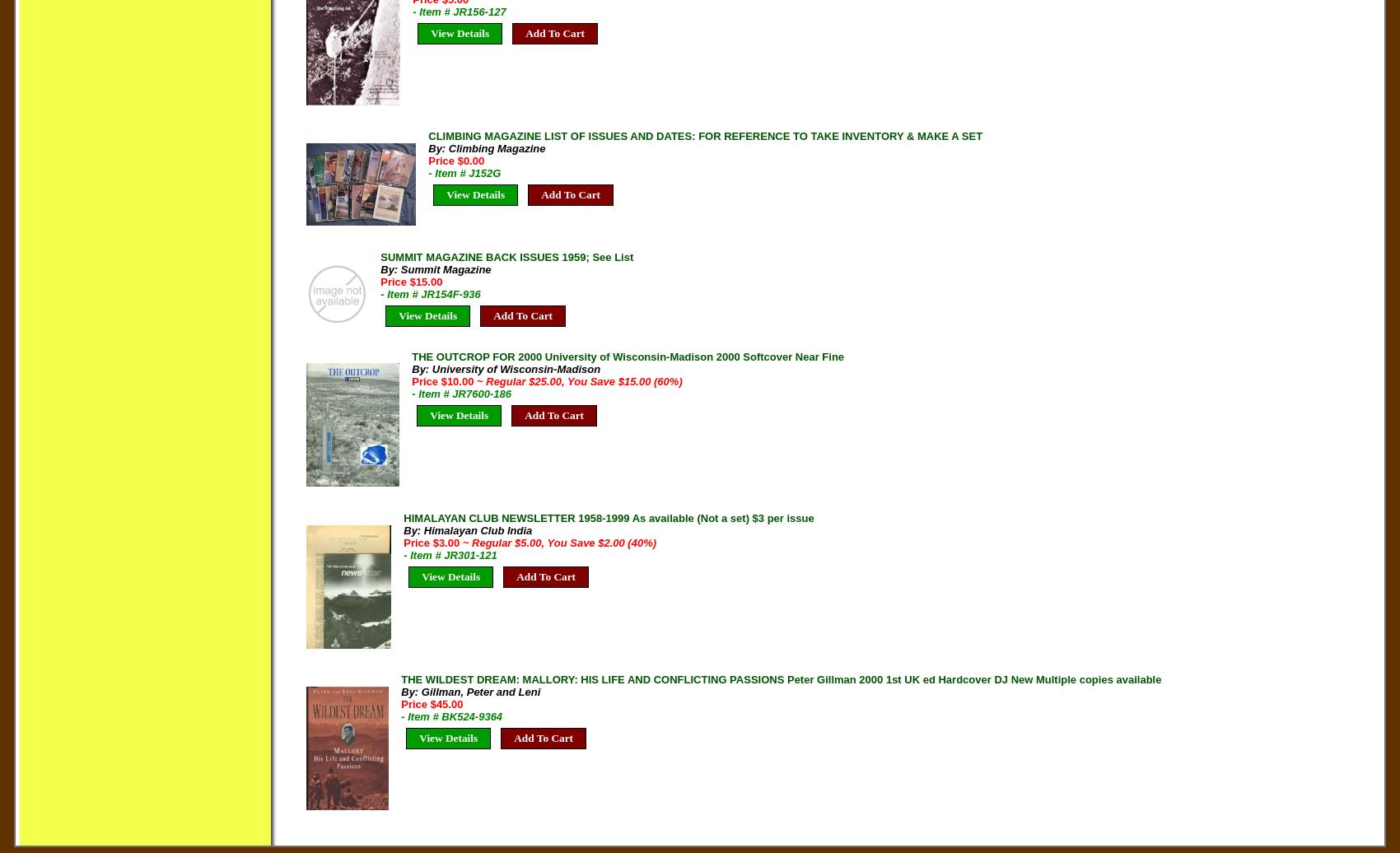 The height and width of the screenshot is (853, 1400). What do you see at coordinates (412, 12) in the screenshot?
I see `'- Item # JR156-127'` at bounding box center [412, 12].